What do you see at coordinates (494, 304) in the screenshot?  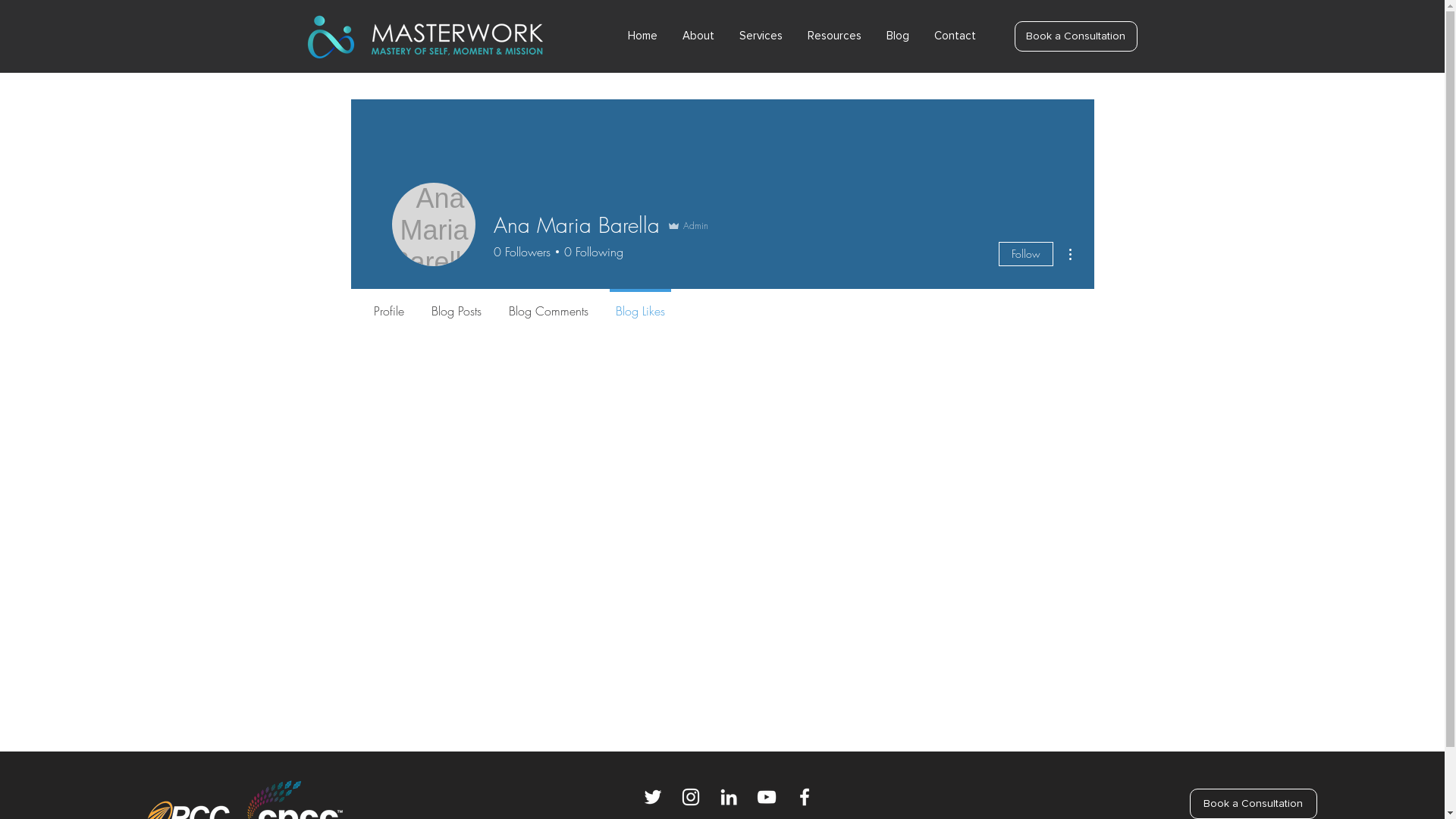 I see `'Blog Comments'` at bounding box center [494, 304].